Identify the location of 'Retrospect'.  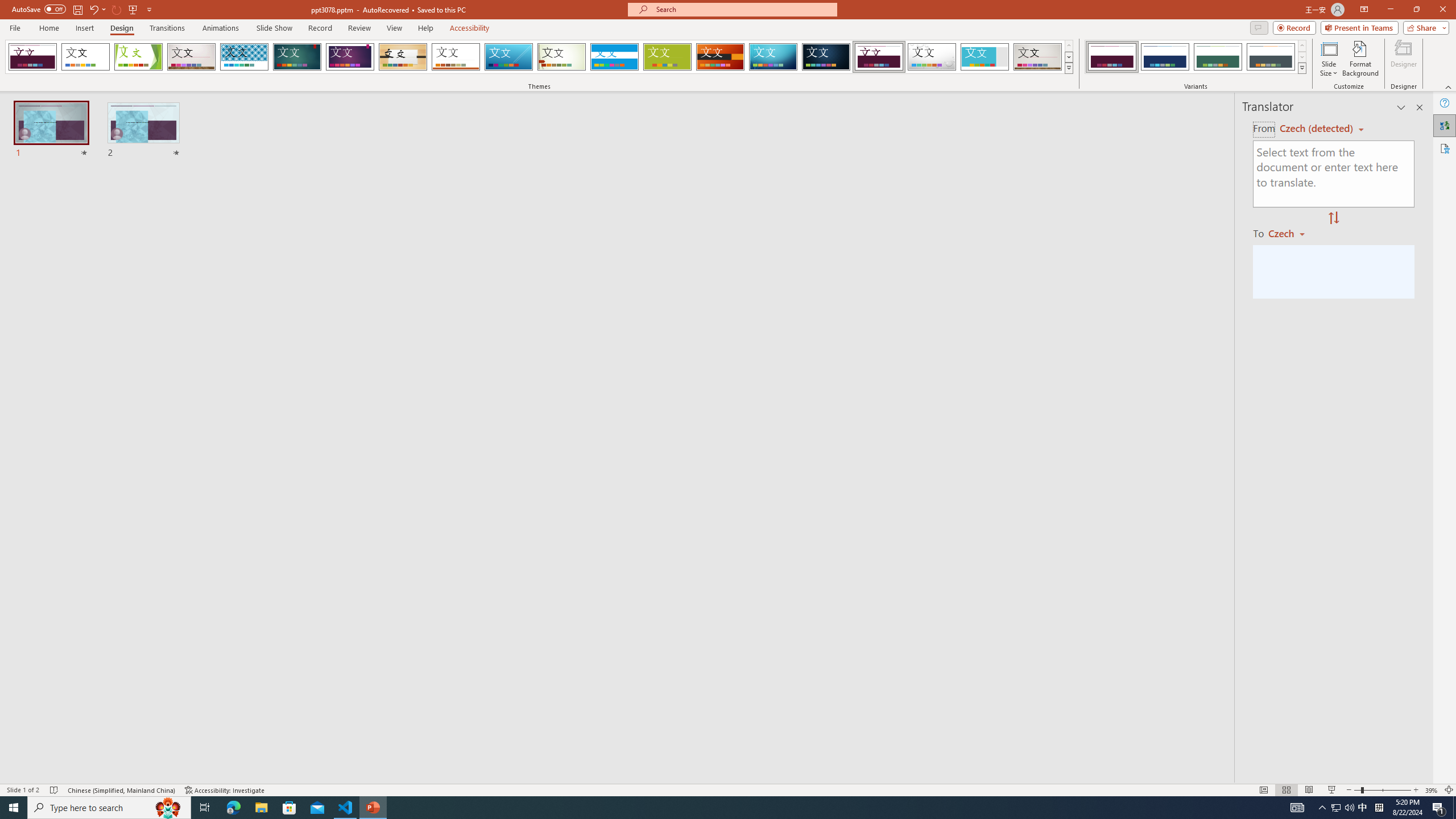
(455, 56).